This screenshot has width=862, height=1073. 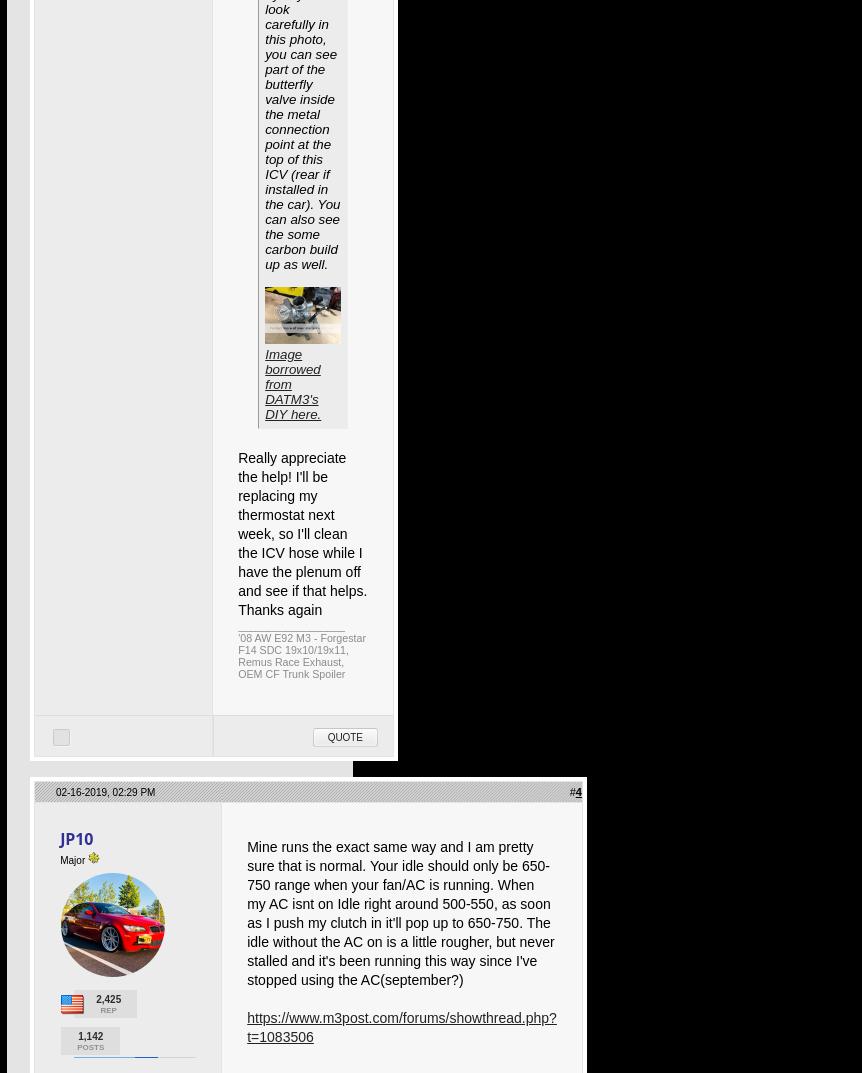 I want to click on '4', so click(x=575, y=791).